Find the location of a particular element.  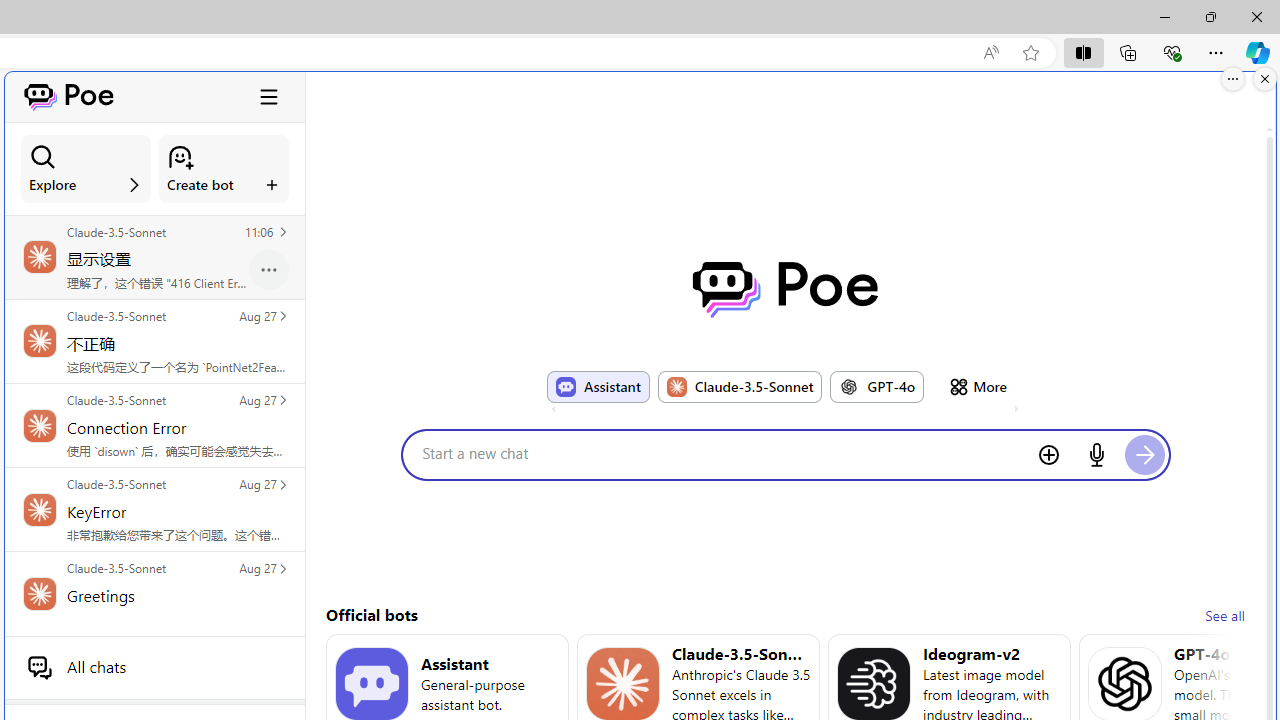

'Toggle sidebar collapse' is located at coordinates (268, 96).